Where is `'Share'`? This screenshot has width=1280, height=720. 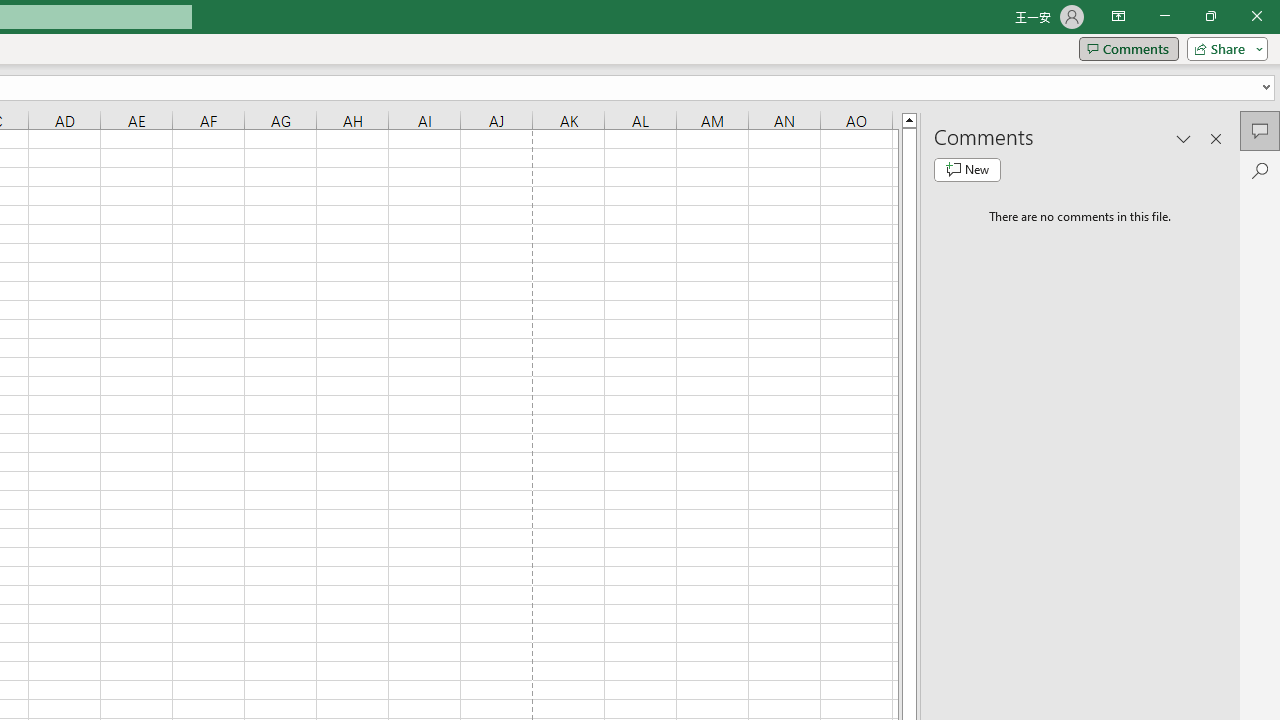 'Share' is located at coordinates (1222, 47).